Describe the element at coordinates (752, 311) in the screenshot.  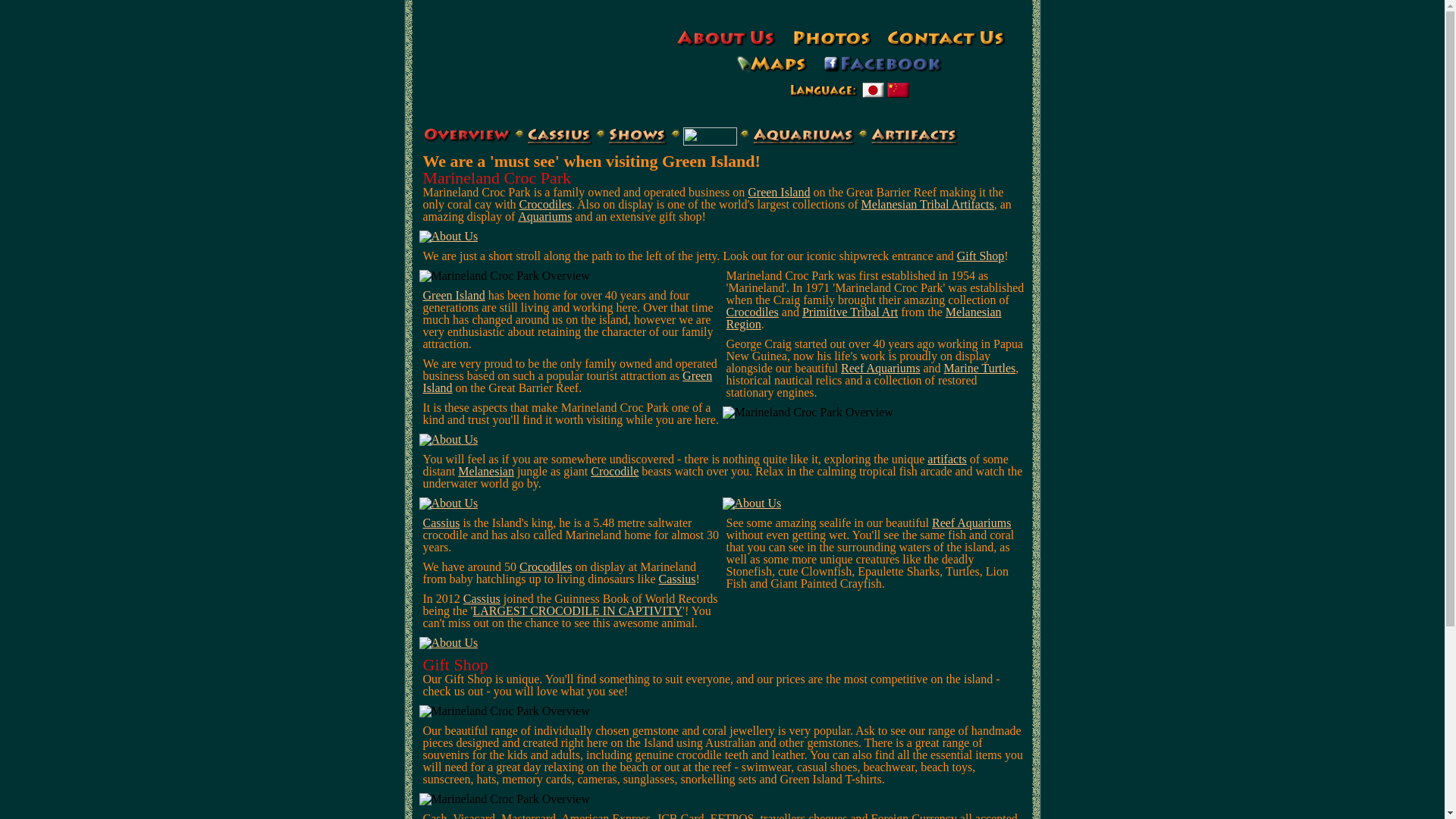
I see `'Crocodiles'` at that location.